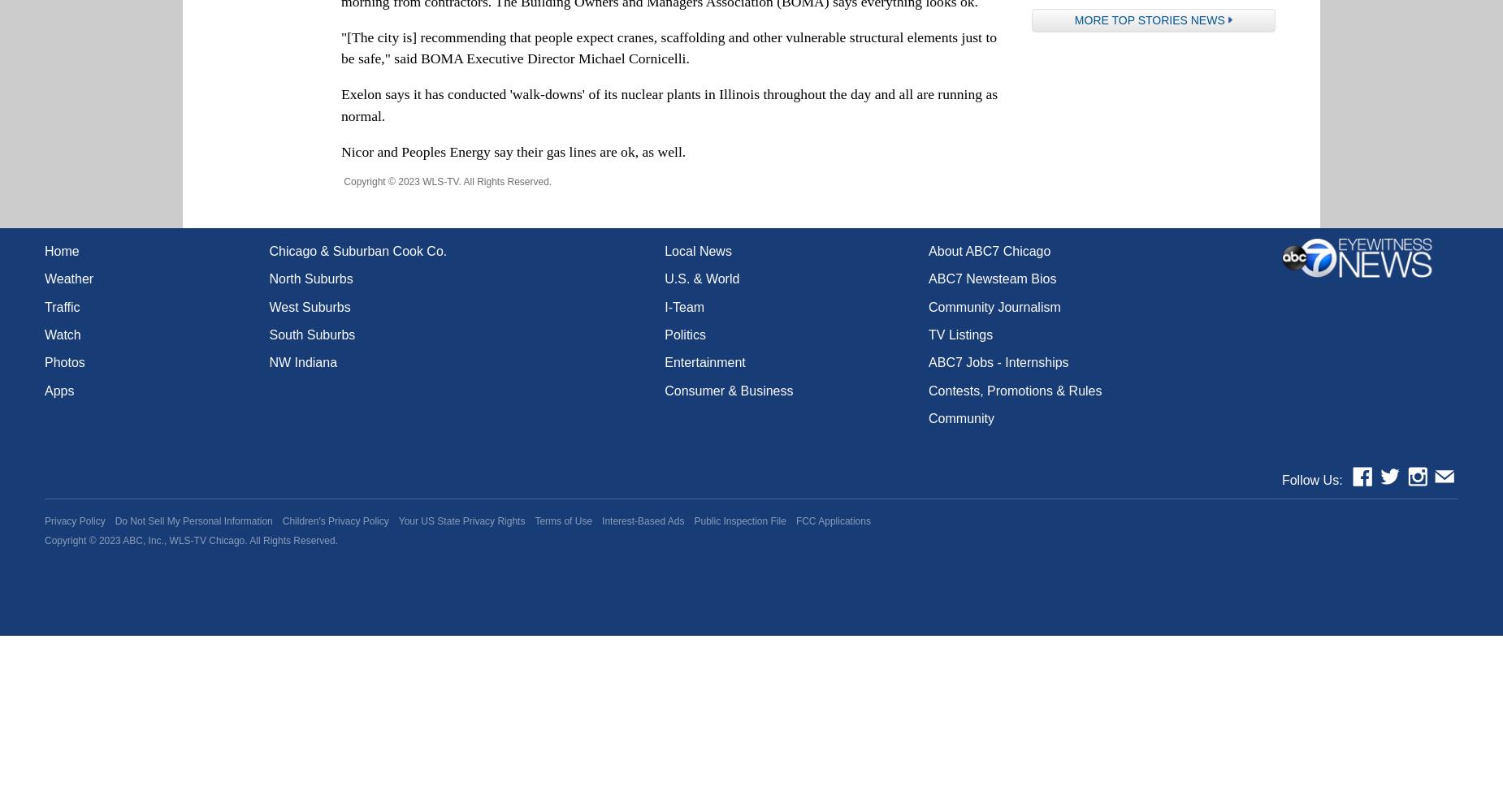 The height and width of the screenshot is (812, 1503). What do you see at coordinates (739, 520) in the screenshot?
I see `'Public Inspection File'` at bounding box center [739, 520].